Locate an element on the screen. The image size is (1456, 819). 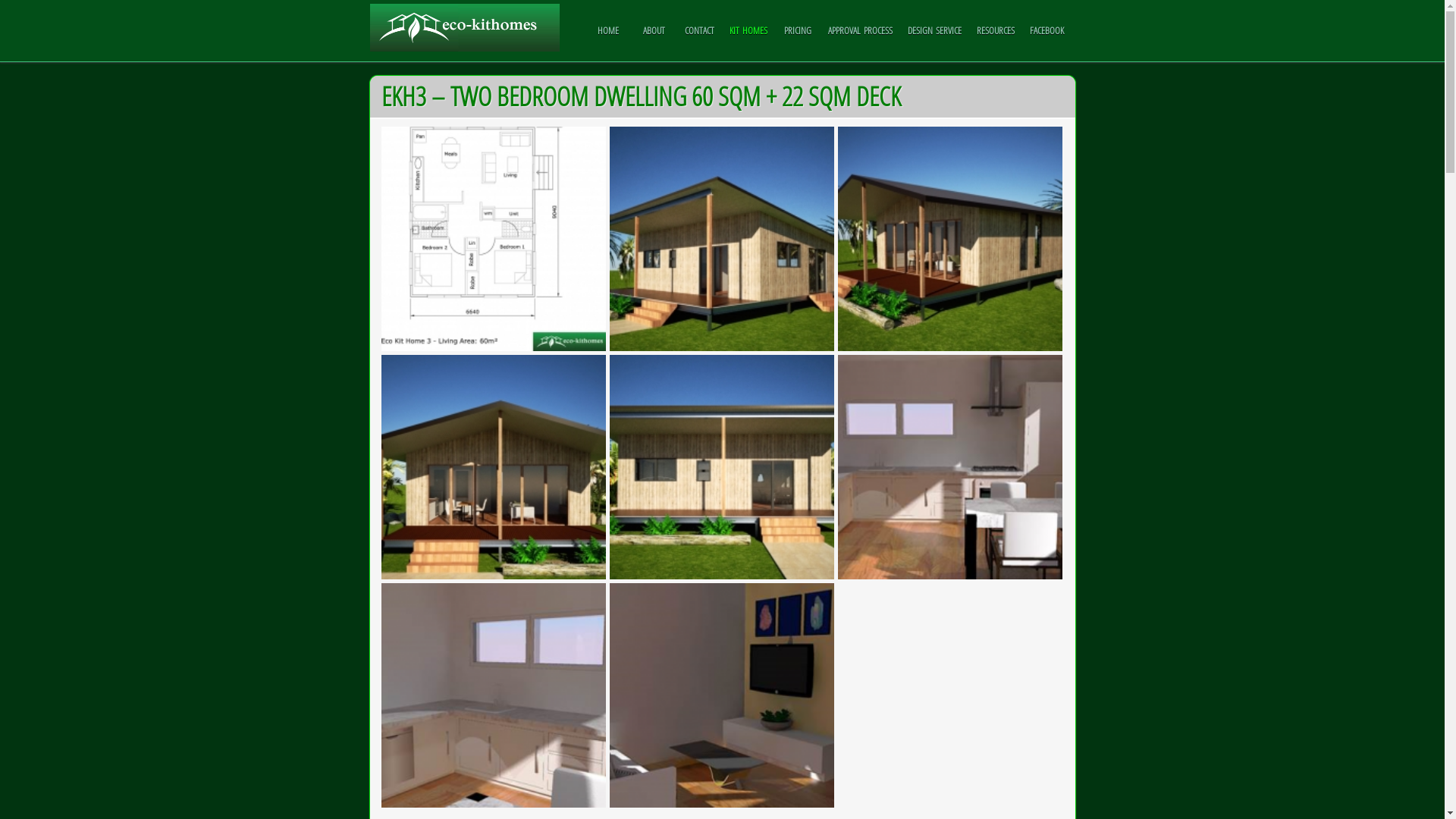
'EKH---3-Floor-Plan-for-Website' is located at coordinates (492, 239).